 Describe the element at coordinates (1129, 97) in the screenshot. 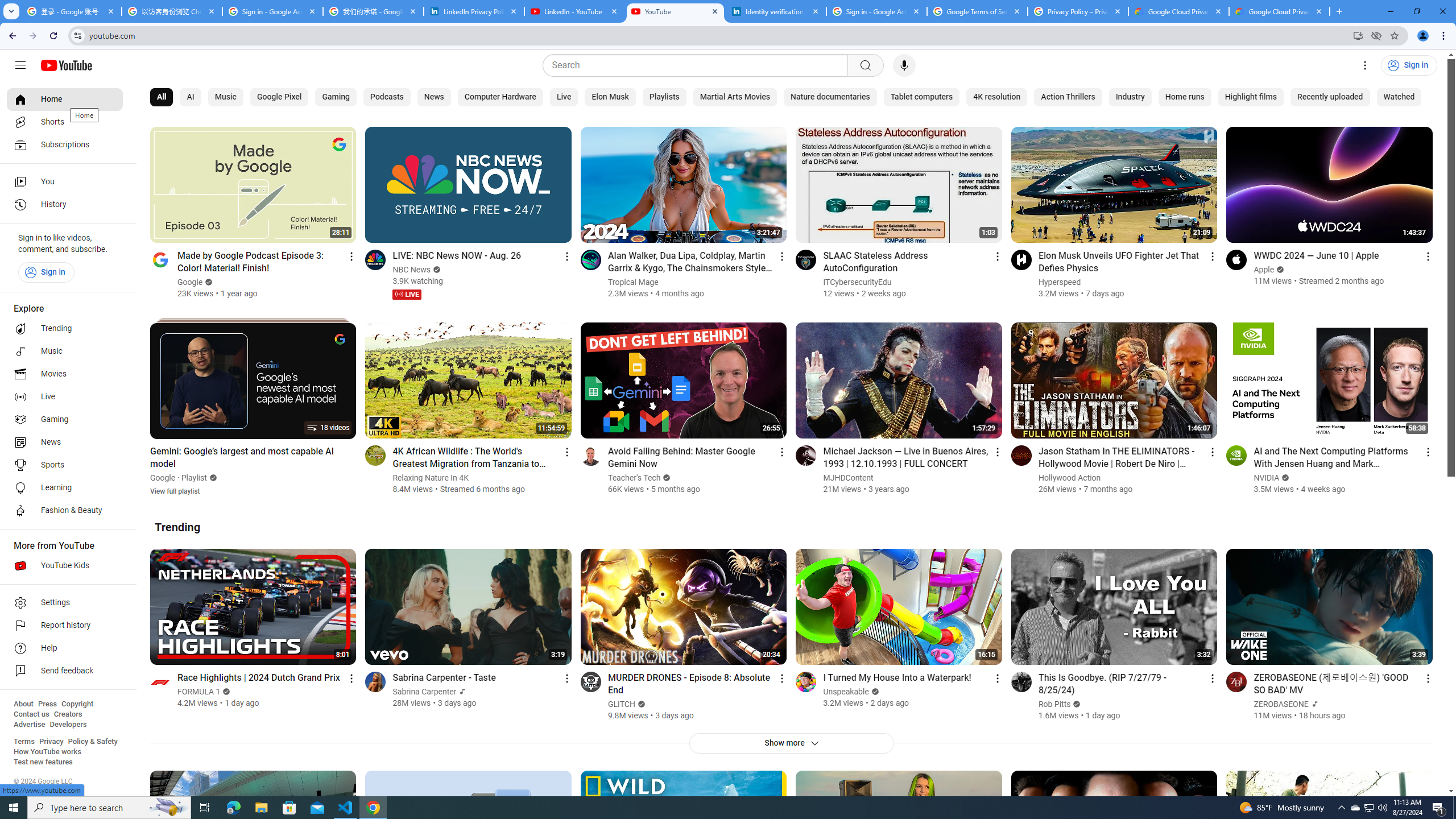

I see `'Industry'` at that location.